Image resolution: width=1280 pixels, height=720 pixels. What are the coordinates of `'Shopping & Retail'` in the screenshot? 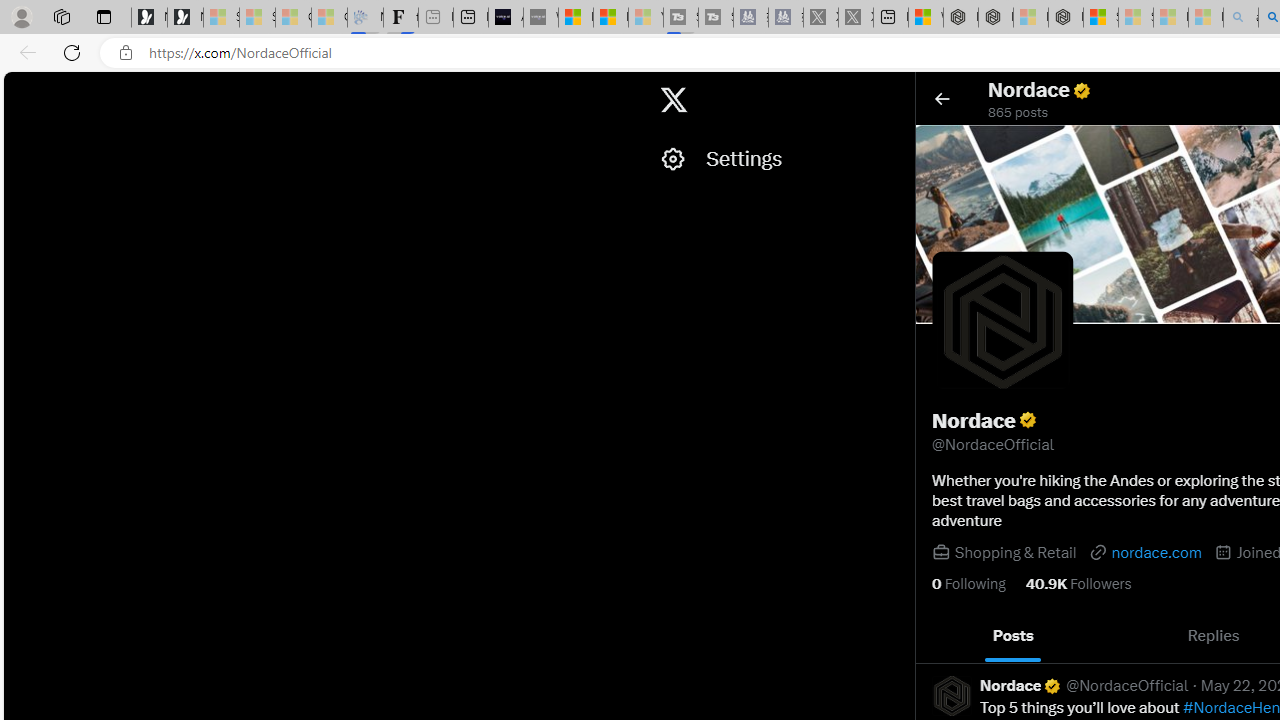 It's located at (1015, 552).